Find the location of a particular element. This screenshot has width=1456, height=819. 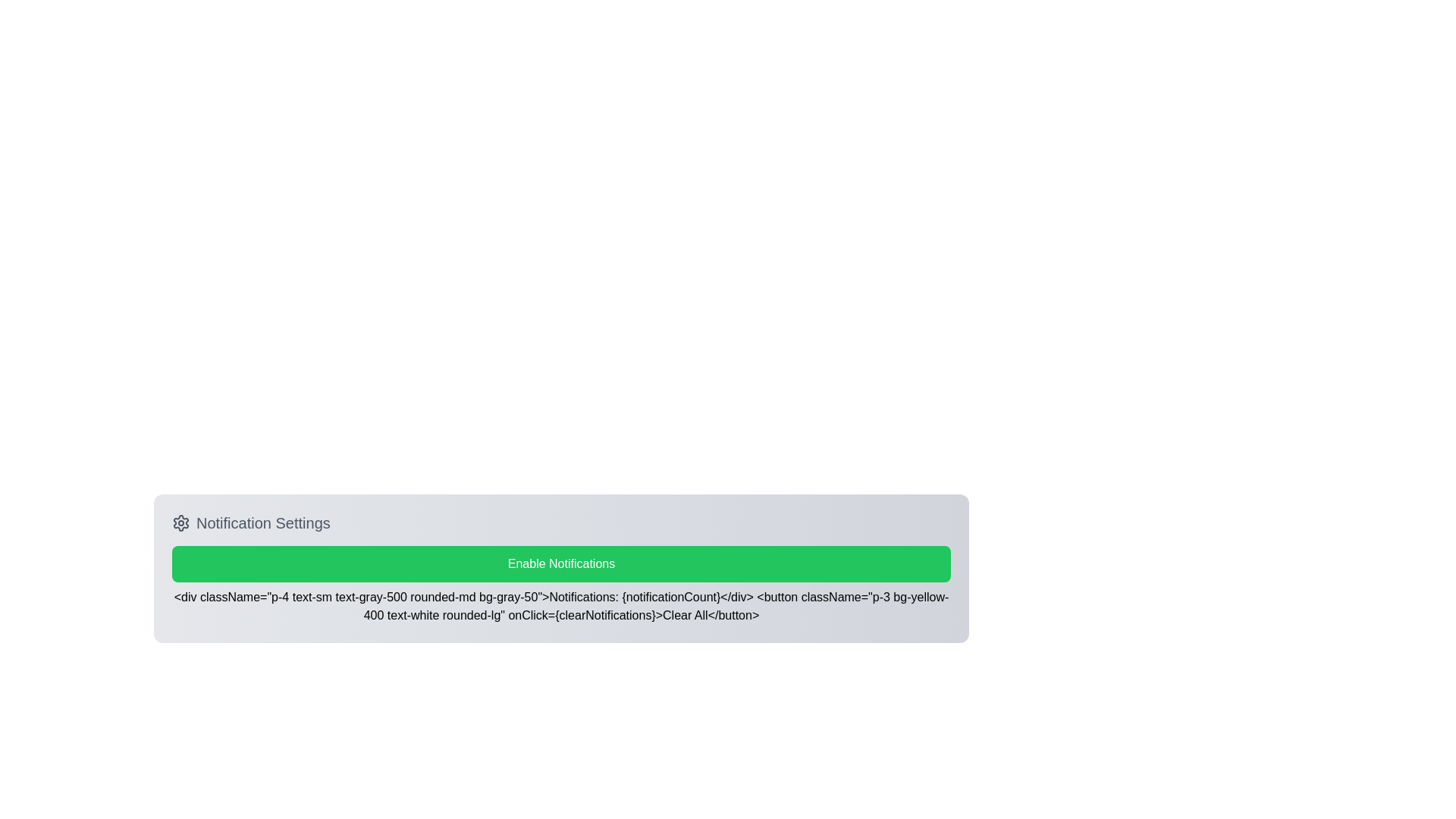

the cogwheel icon located to the left of the 'Notification Settings' text is located at coordinates (181, 522).